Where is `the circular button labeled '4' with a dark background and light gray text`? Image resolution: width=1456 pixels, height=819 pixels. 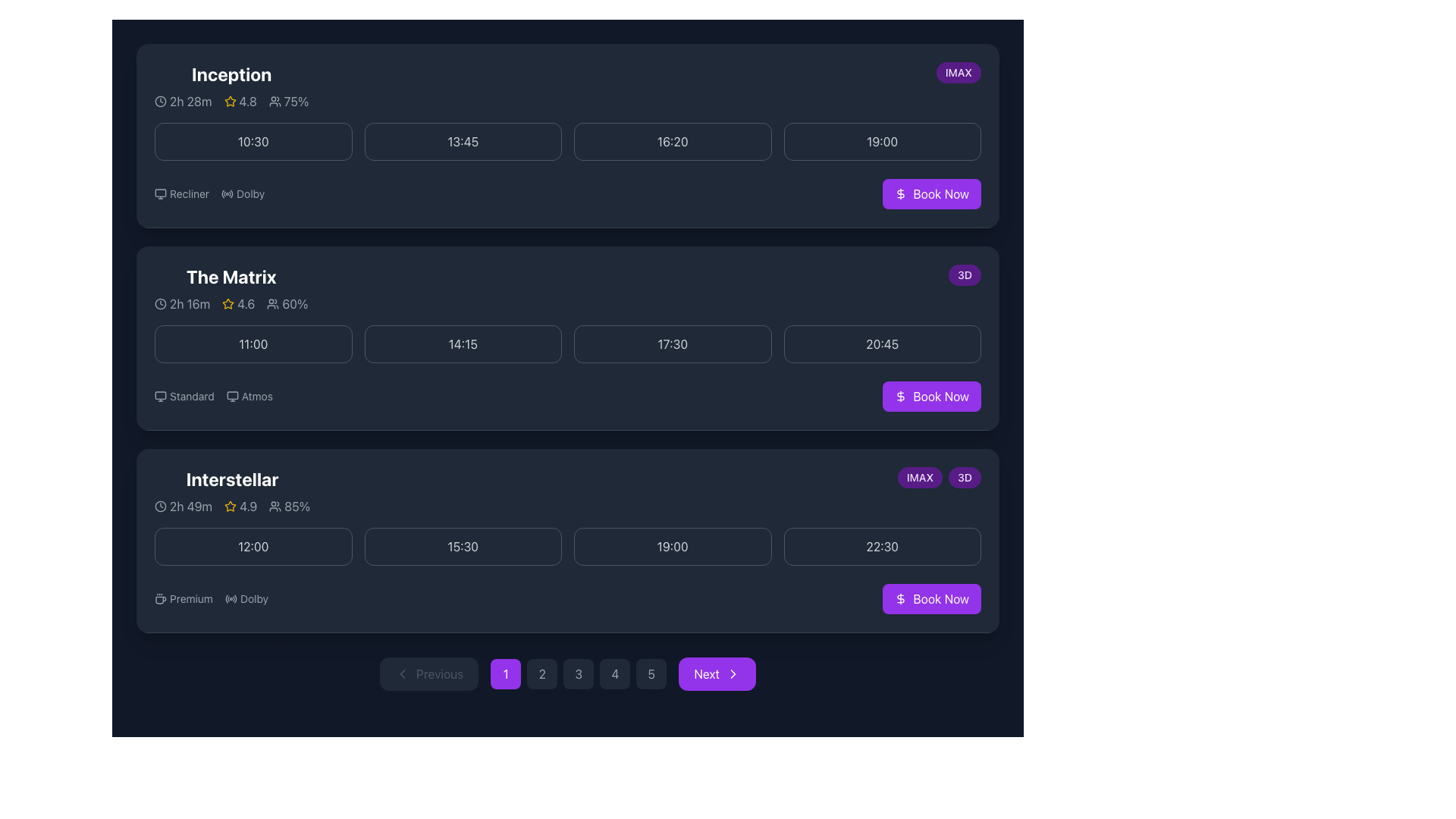 the circular button labeled '4' with a dark background and light gray text is located at coordinates (615, 673).